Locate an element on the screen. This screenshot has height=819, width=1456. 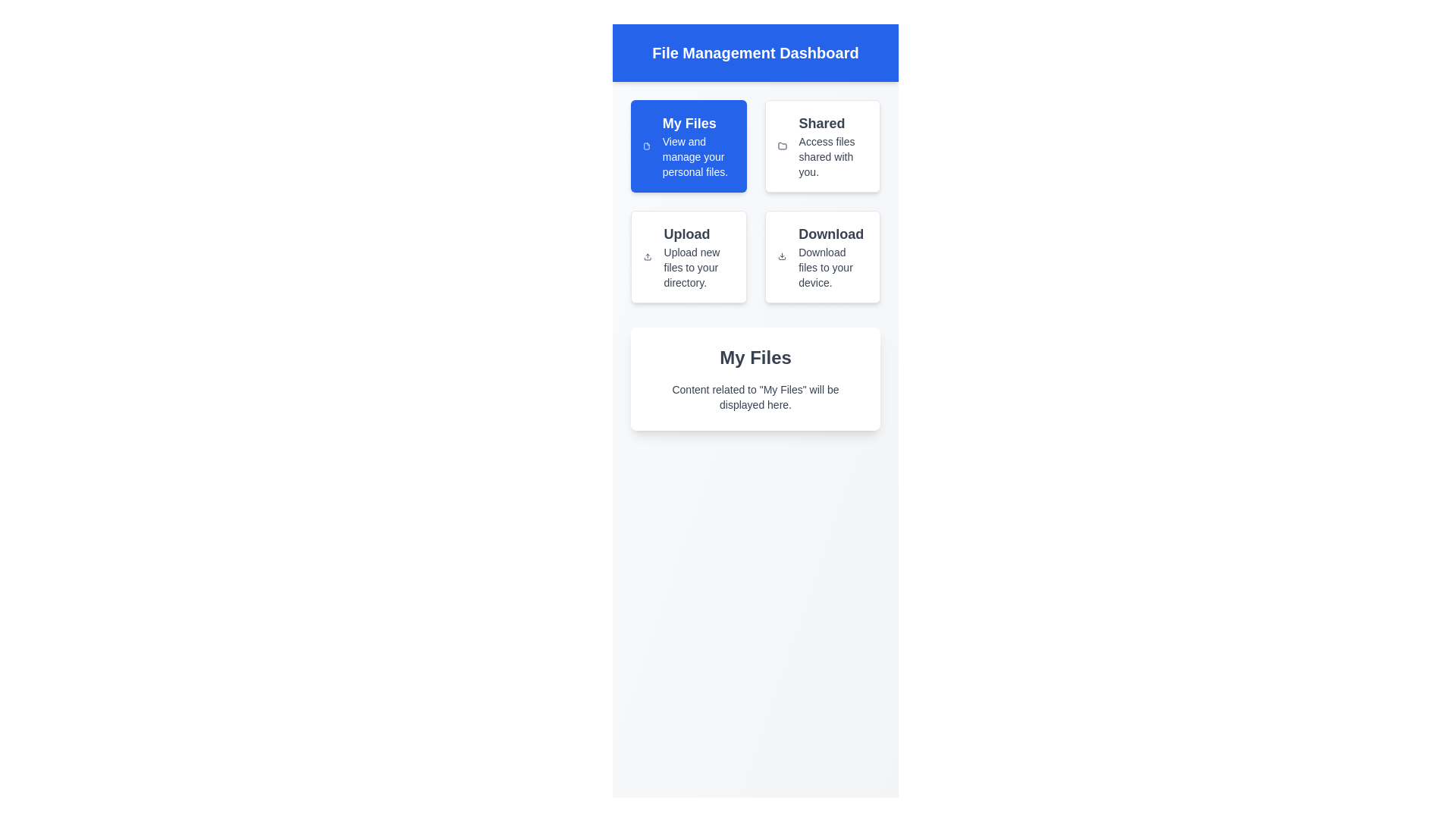
descriptive text label located beneath the bold title 'Download' in the fourth card of the grid layout is located at coordinates (832, 267).